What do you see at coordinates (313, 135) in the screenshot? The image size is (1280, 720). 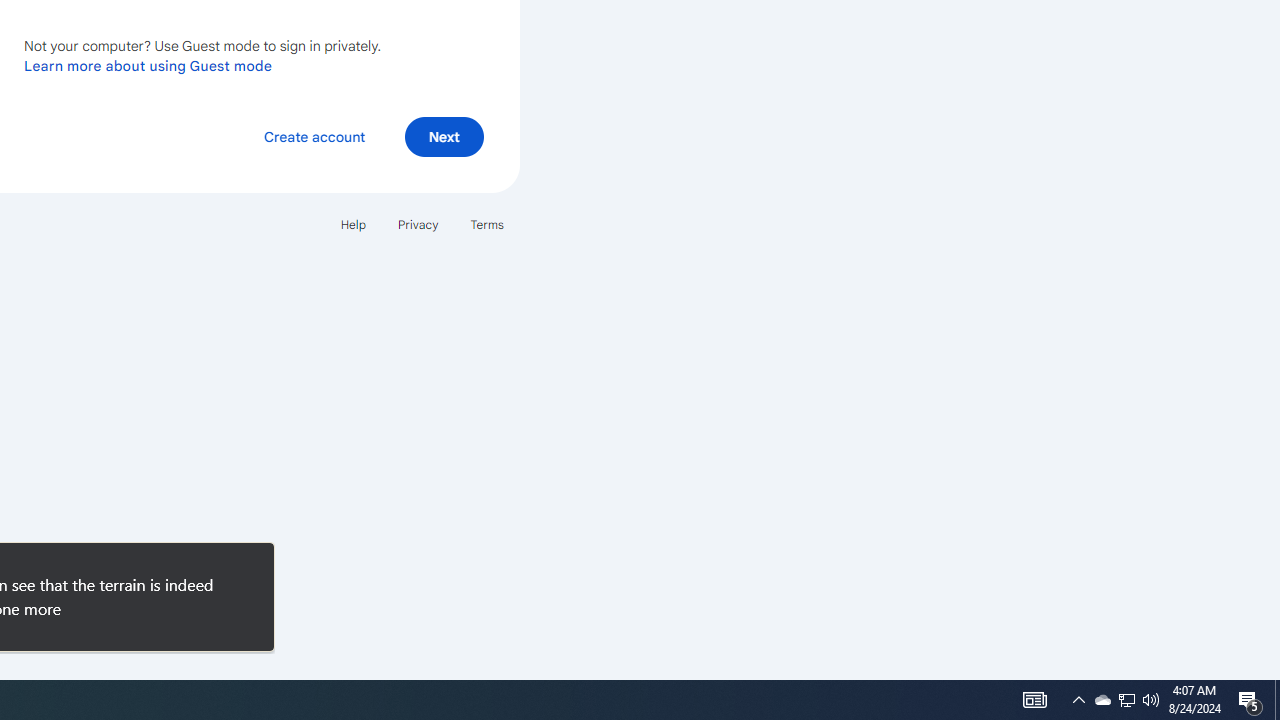 I see `'Create account'` at bounding box center [313, 135].